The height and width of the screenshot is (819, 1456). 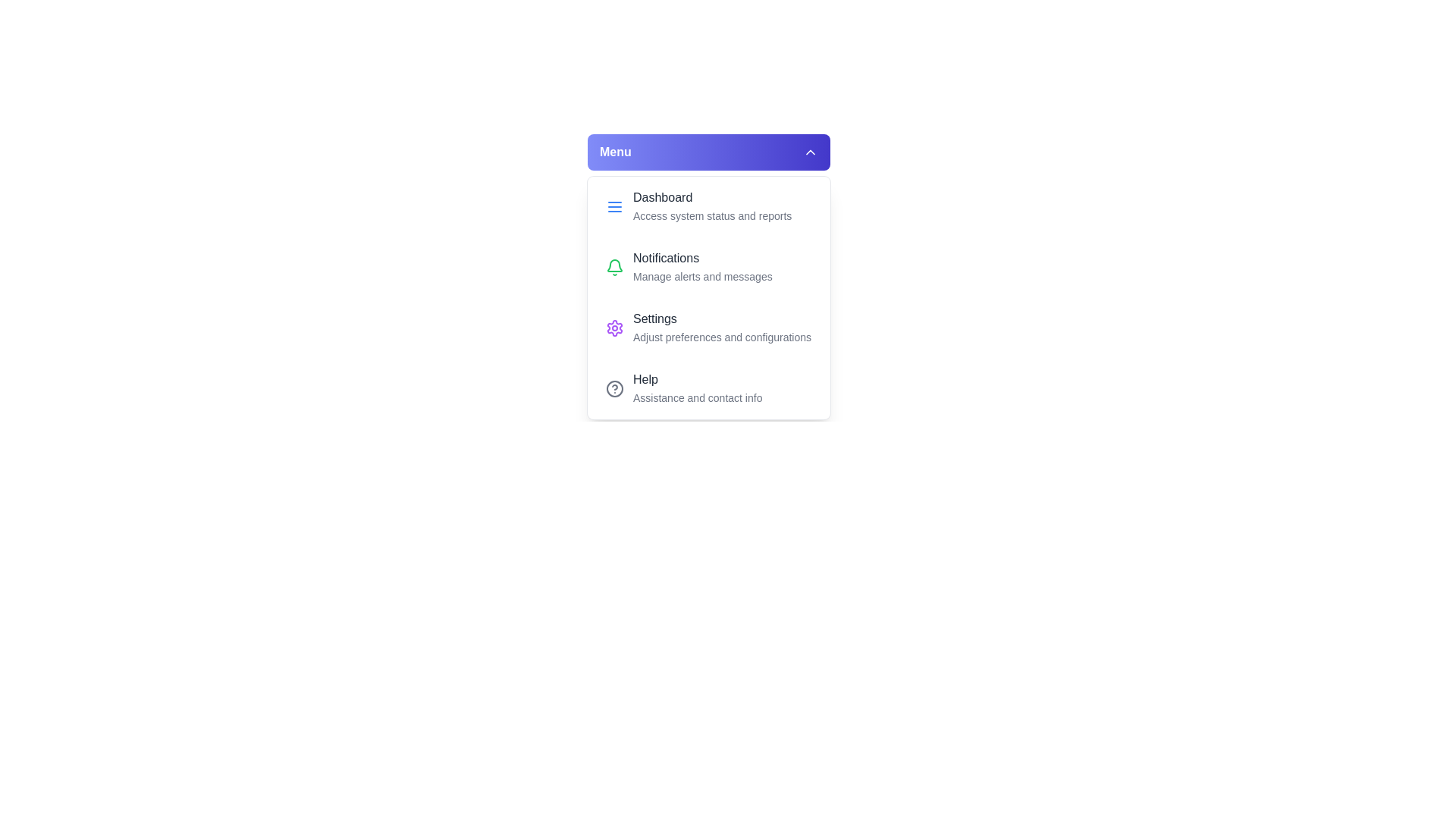 What do you see at coordinates (701, 267) in the screenshot?
I see `the 'Notifications' menu entry, which is a text-based component with a bold title and a notification bell icon` at bounding box center [701, 267].